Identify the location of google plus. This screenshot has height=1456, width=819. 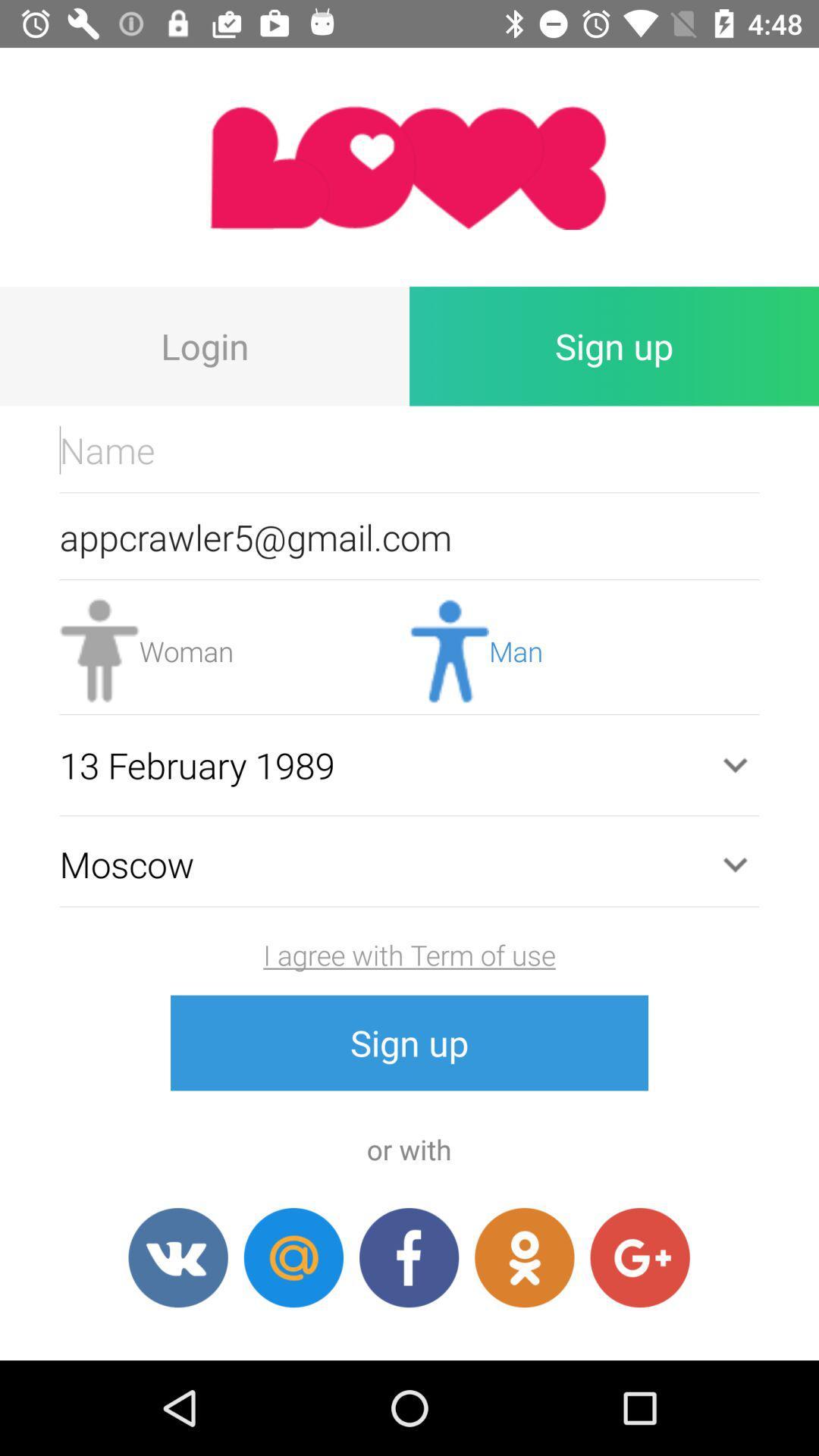
(640, 1257).